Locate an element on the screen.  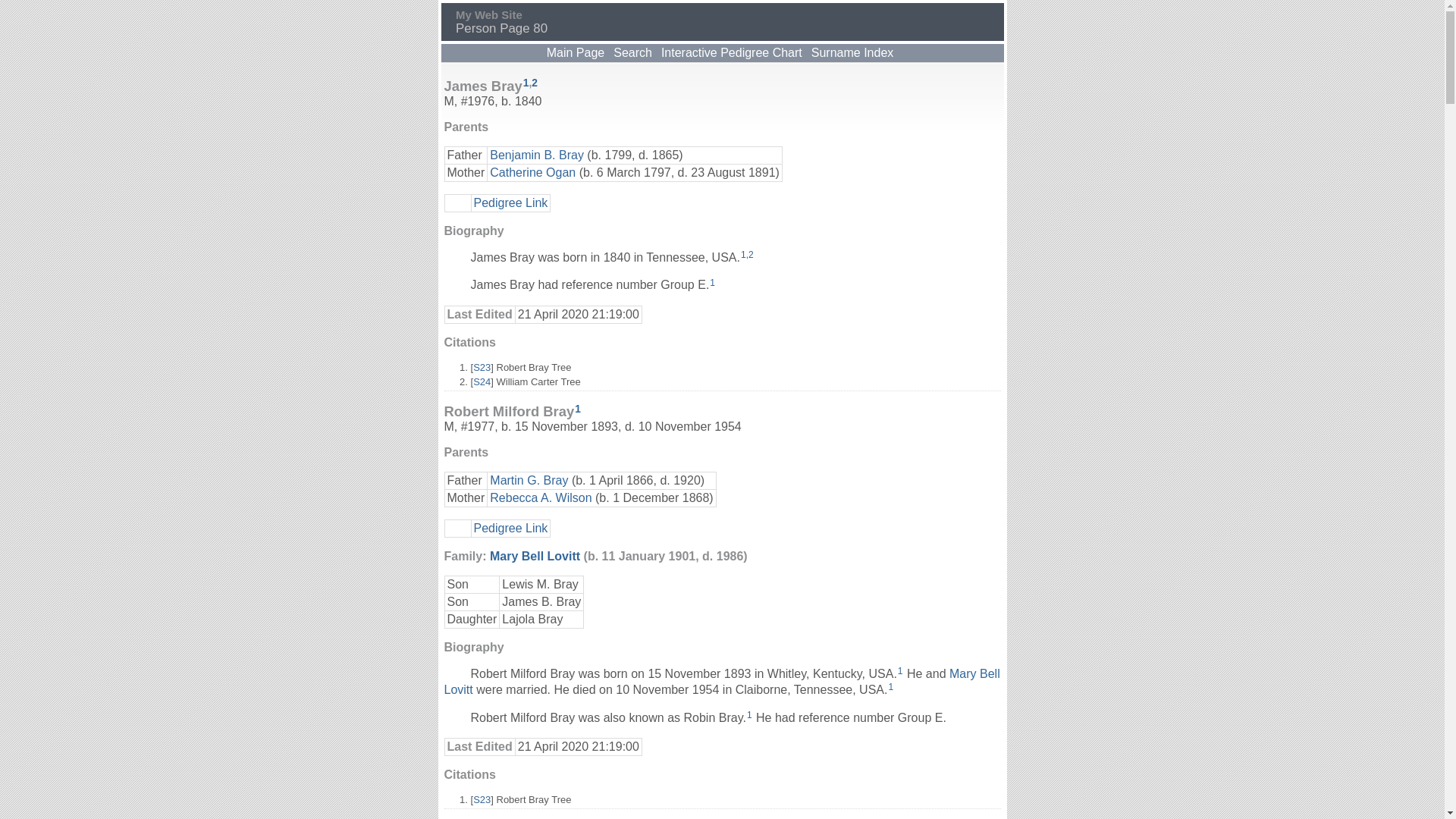
'Search' is located at coordinates (632, 52).